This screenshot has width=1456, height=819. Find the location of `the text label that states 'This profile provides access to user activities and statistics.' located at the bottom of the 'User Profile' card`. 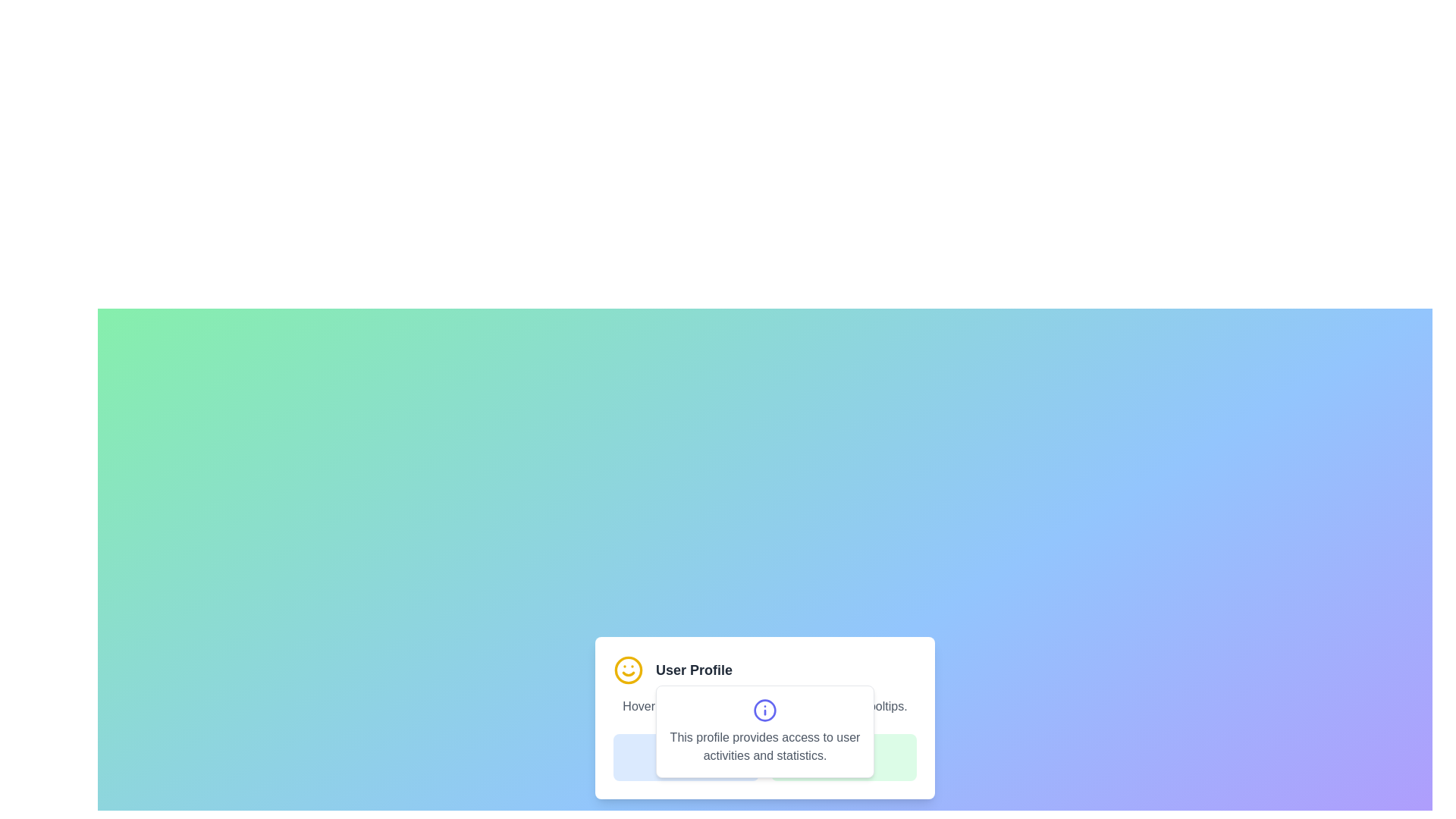

the text label that states 'This profile provides access to user activities and statistics.' located at the bottom of the 'User Profile' card is located at coordinates (764, 758).